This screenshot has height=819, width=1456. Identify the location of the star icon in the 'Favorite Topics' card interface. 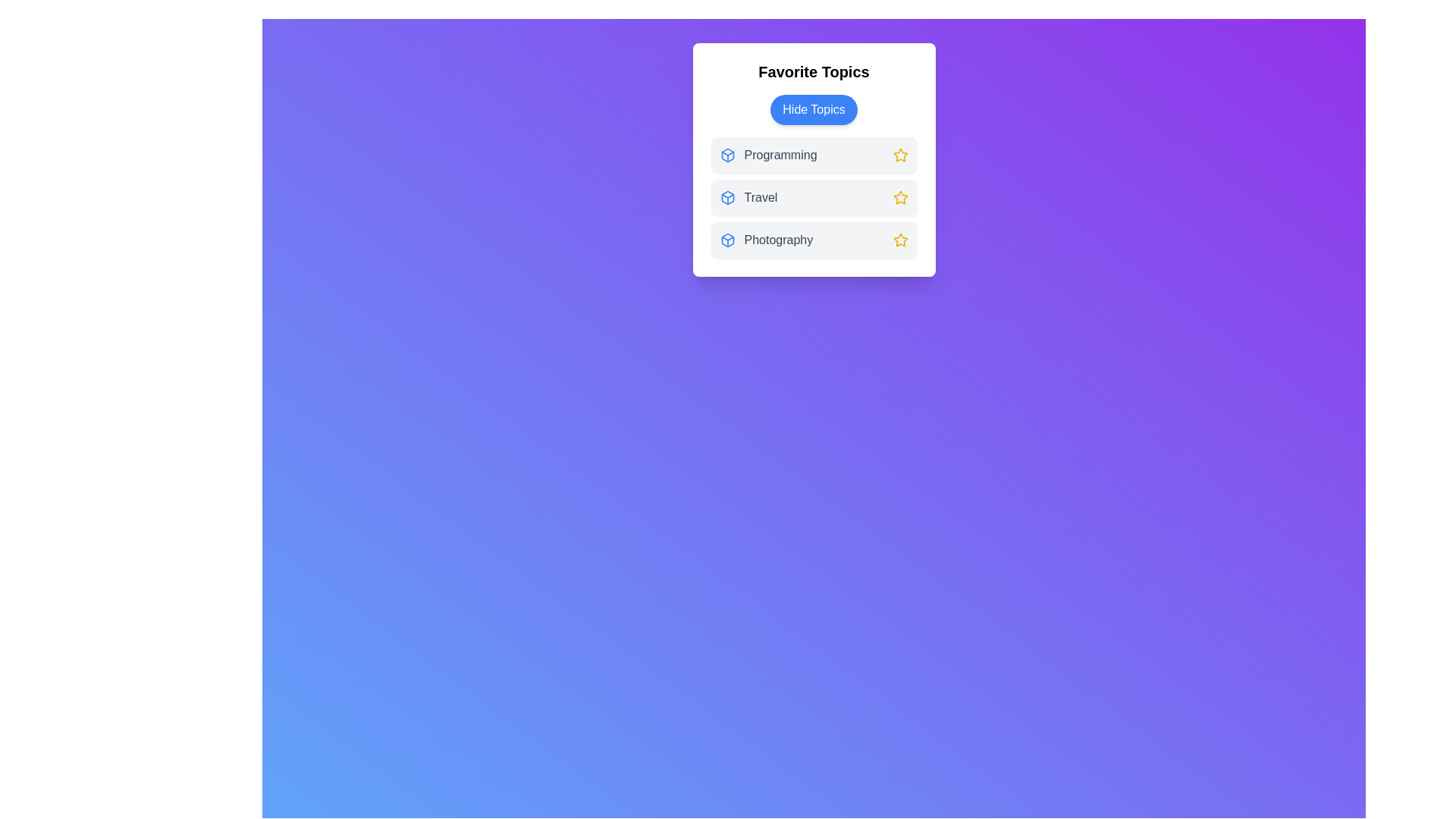
(900, 239).